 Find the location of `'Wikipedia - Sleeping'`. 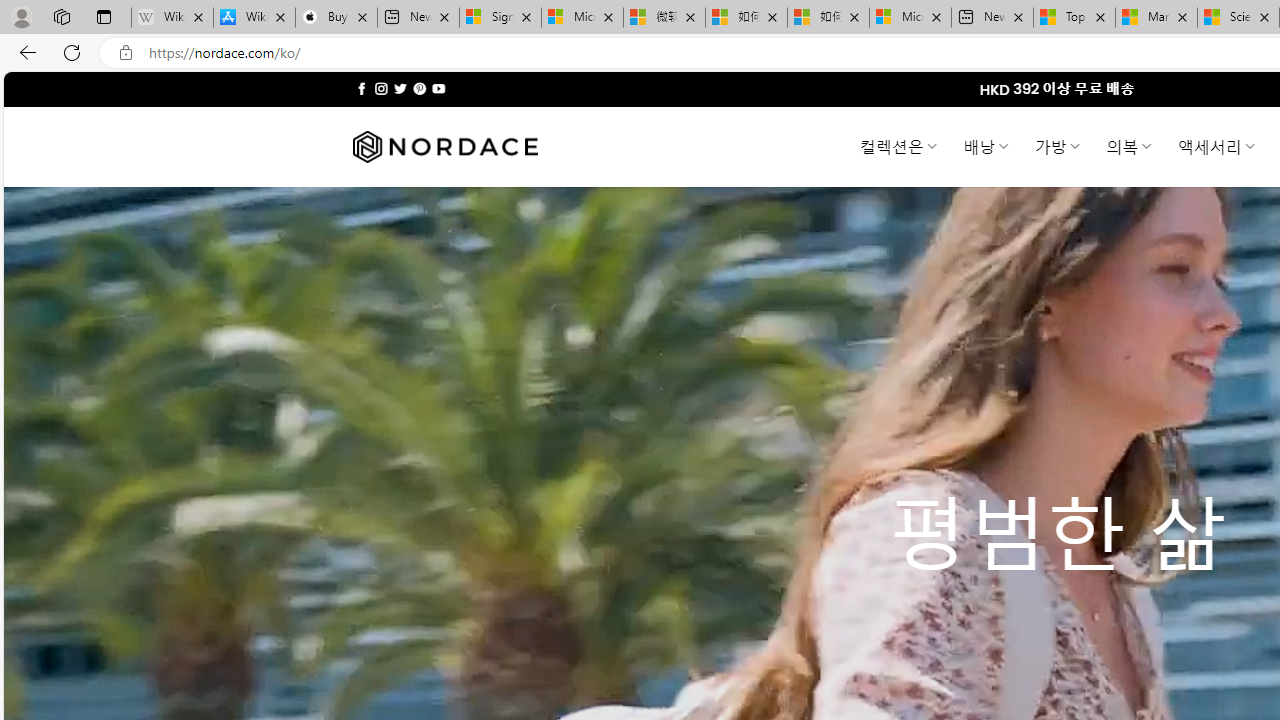

'Wikipedia - Sleeping' is located at coordinates (172, 17).